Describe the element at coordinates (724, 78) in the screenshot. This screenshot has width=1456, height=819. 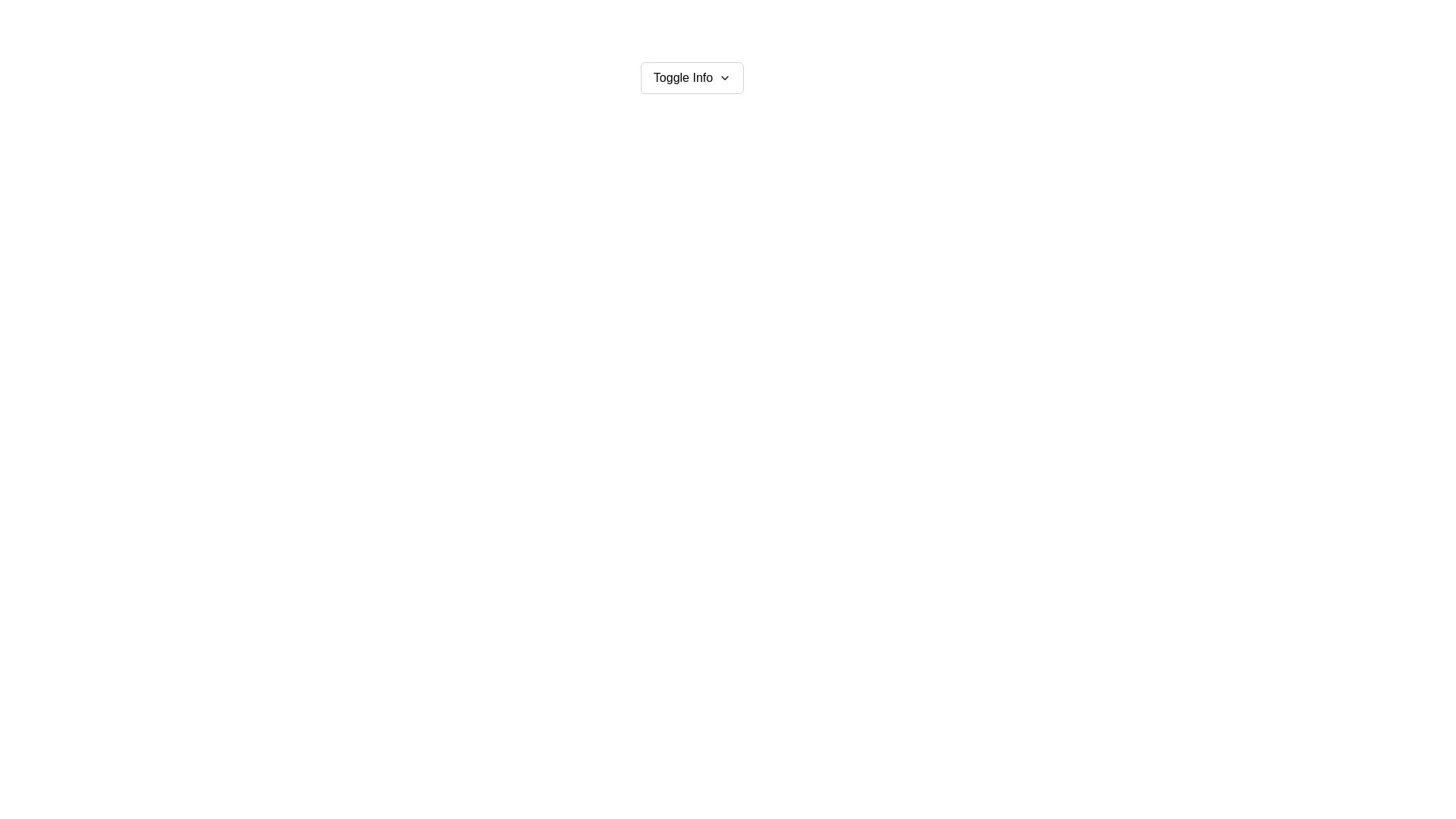
I see `the toggle icon located to the right of the 'Toggle Info' label` at that location.